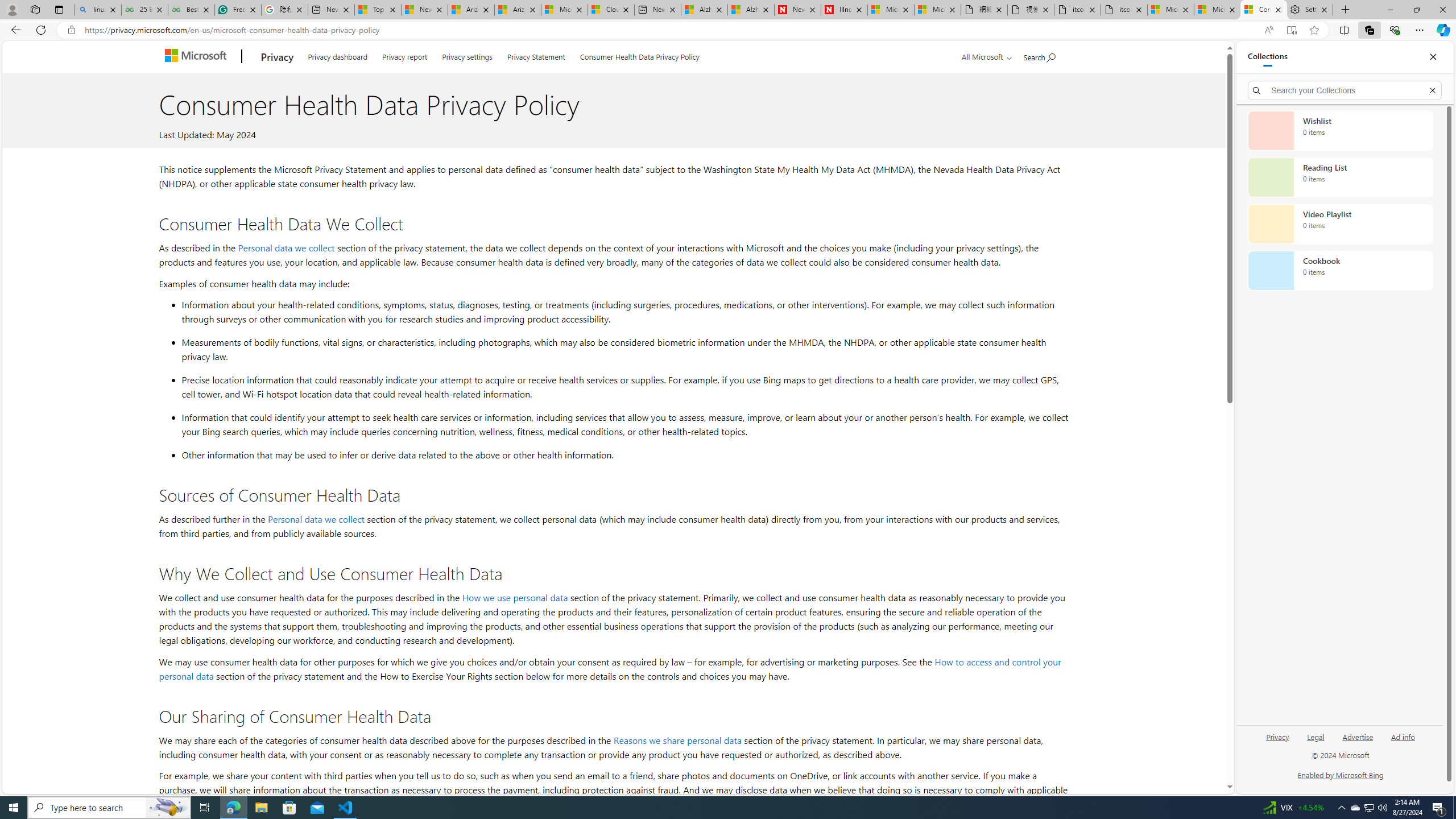 The height and width of the screenshot is (819, 1456). I want to click on 'linux basic - Search', so click(97, 9).